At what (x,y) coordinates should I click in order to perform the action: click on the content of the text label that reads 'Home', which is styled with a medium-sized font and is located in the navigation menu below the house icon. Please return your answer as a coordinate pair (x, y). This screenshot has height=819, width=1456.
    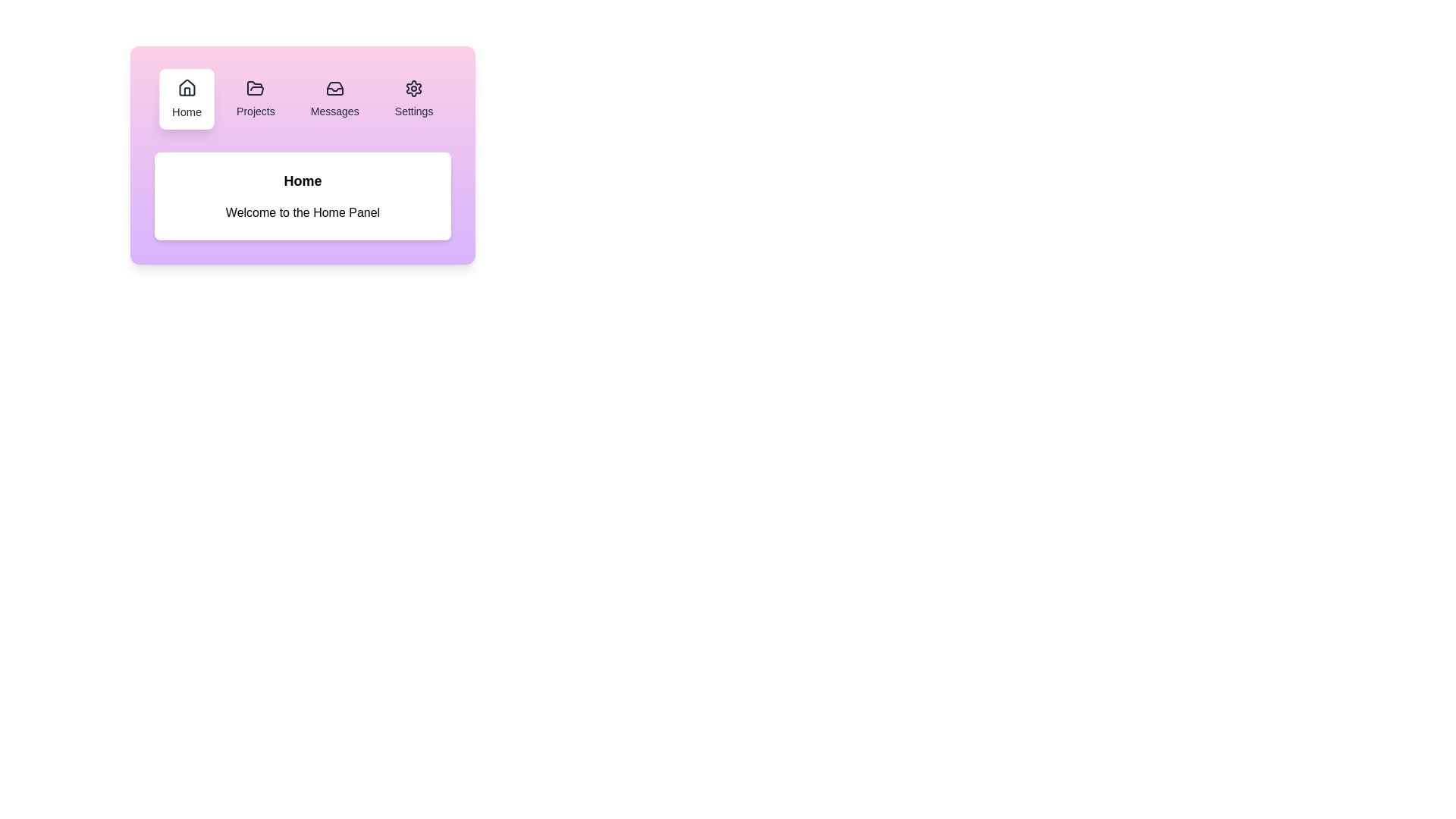
    Looking at the image, I should click on (186, 111).